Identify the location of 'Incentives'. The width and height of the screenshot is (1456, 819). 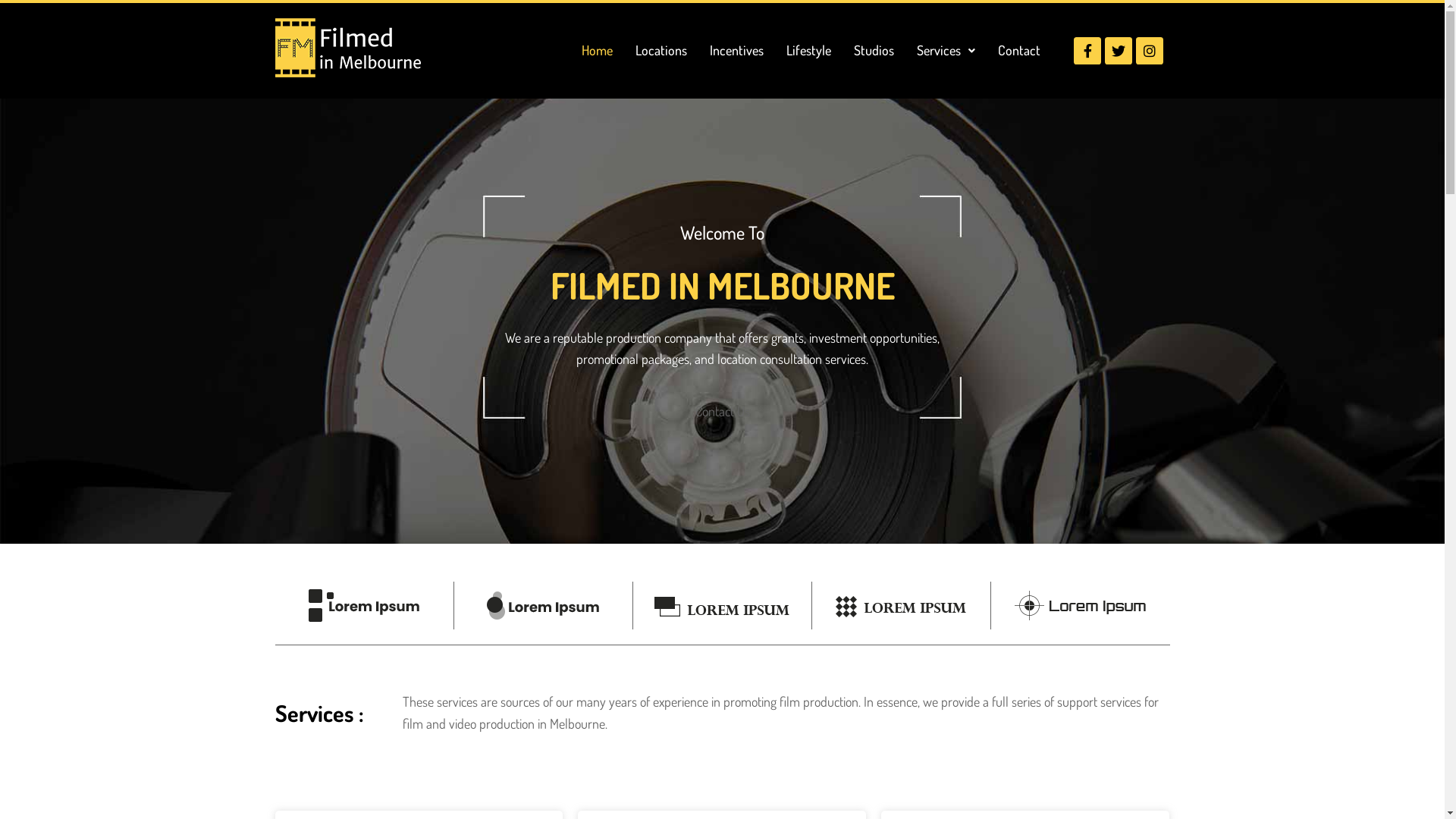
(736, 49).